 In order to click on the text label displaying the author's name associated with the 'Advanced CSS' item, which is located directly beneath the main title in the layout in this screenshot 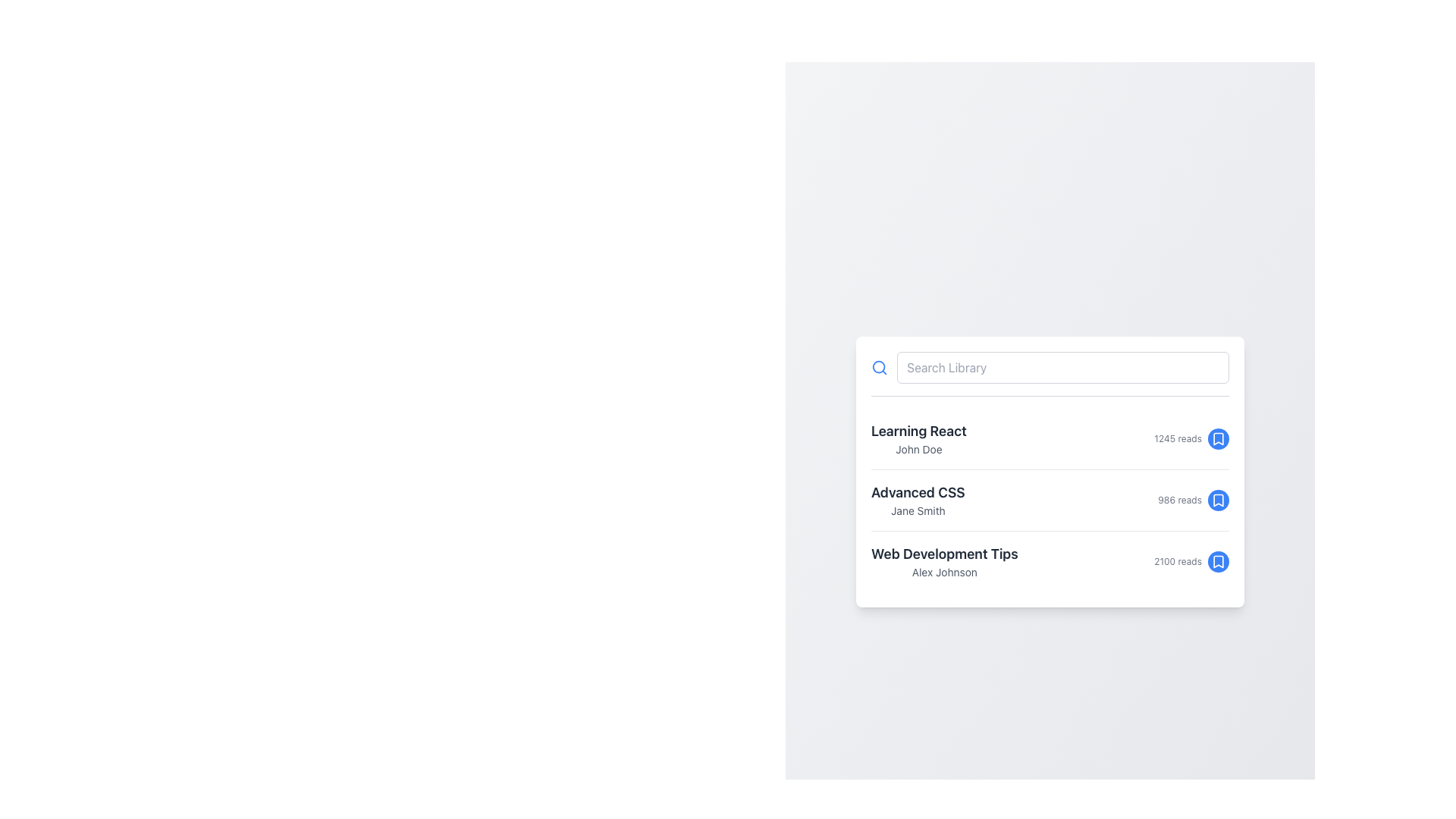, I will do `click(917, 510)`.